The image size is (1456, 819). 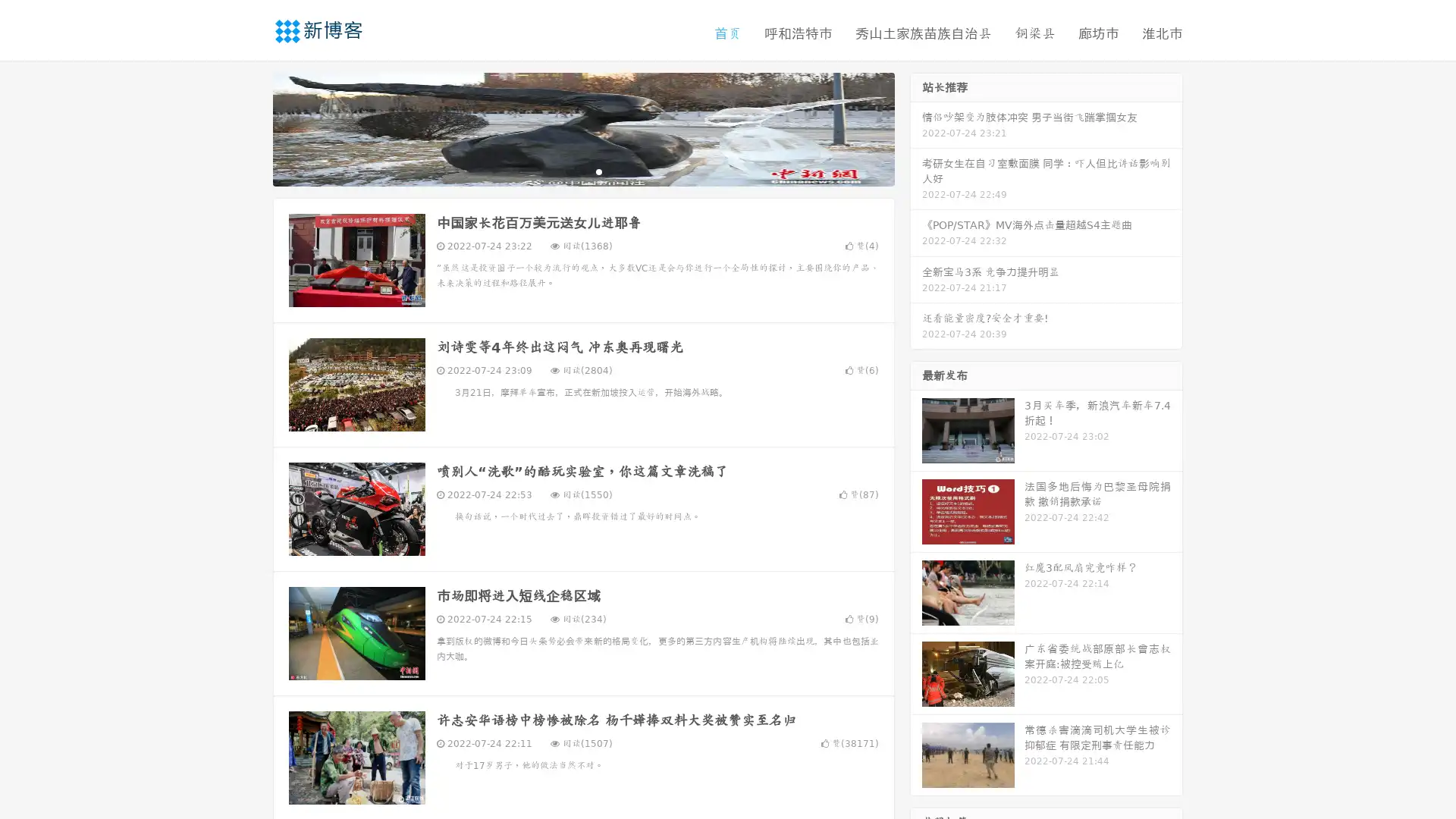 I want to click on Go to slide 2, so click(x=582, y=171).